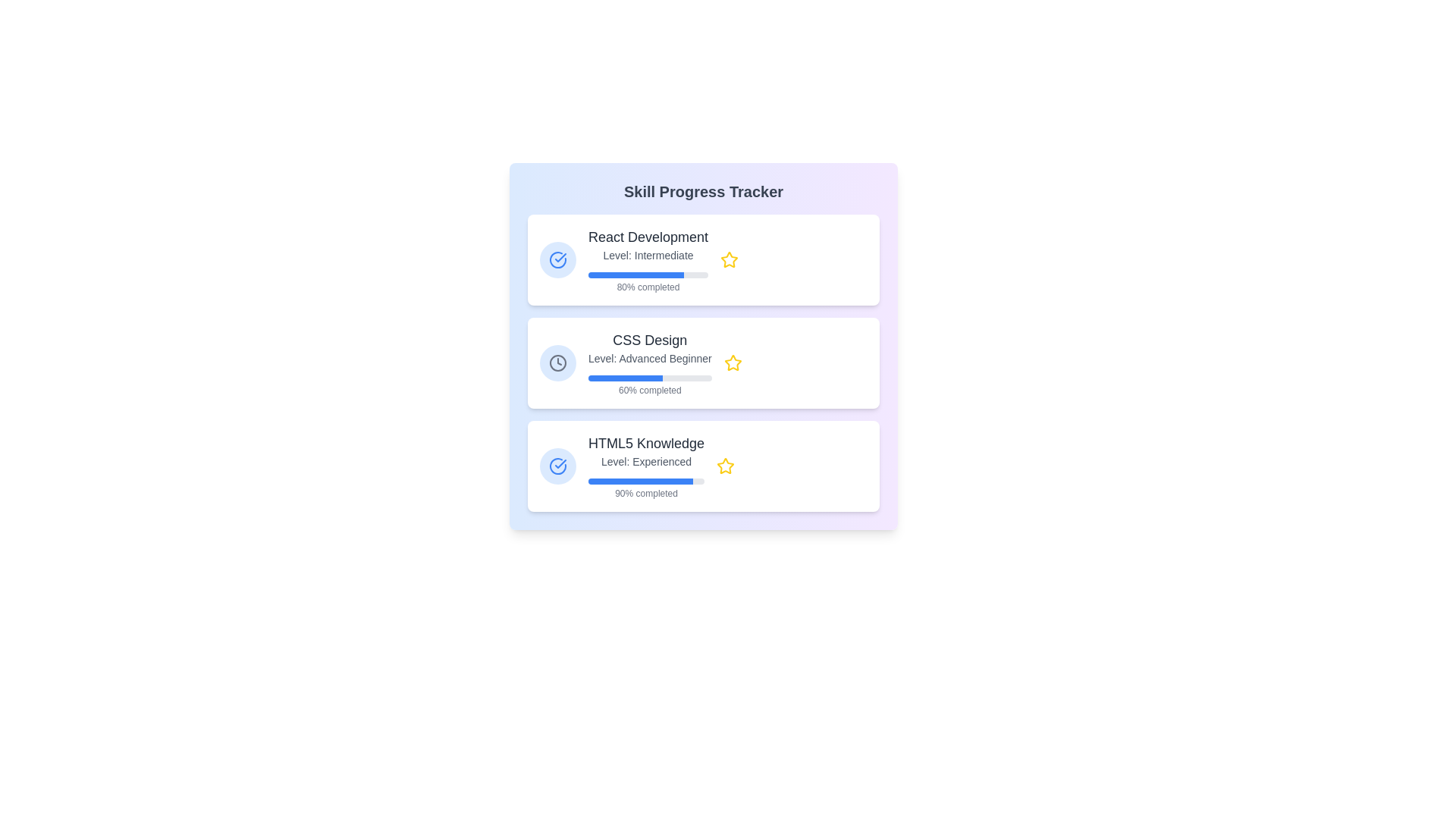 This screenshot has height=819, width=1456. Describe the element at coordinates (702, 259) in the screenshot. I see `the first interactive progress card in the 'Skill Progress Tracker' section` at that location.